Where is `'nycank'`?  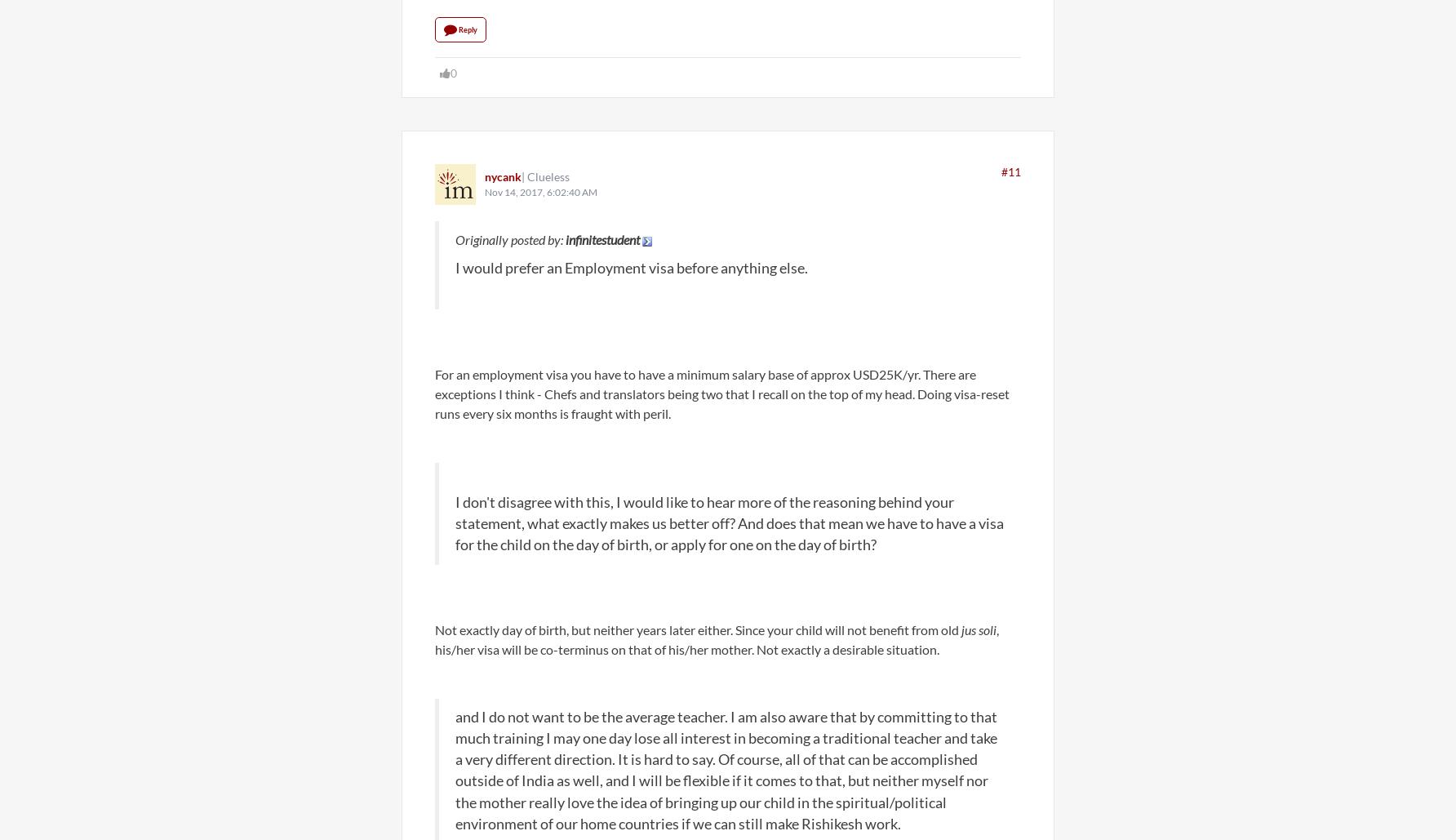 'nycank' is located at coordinates (484, 176).